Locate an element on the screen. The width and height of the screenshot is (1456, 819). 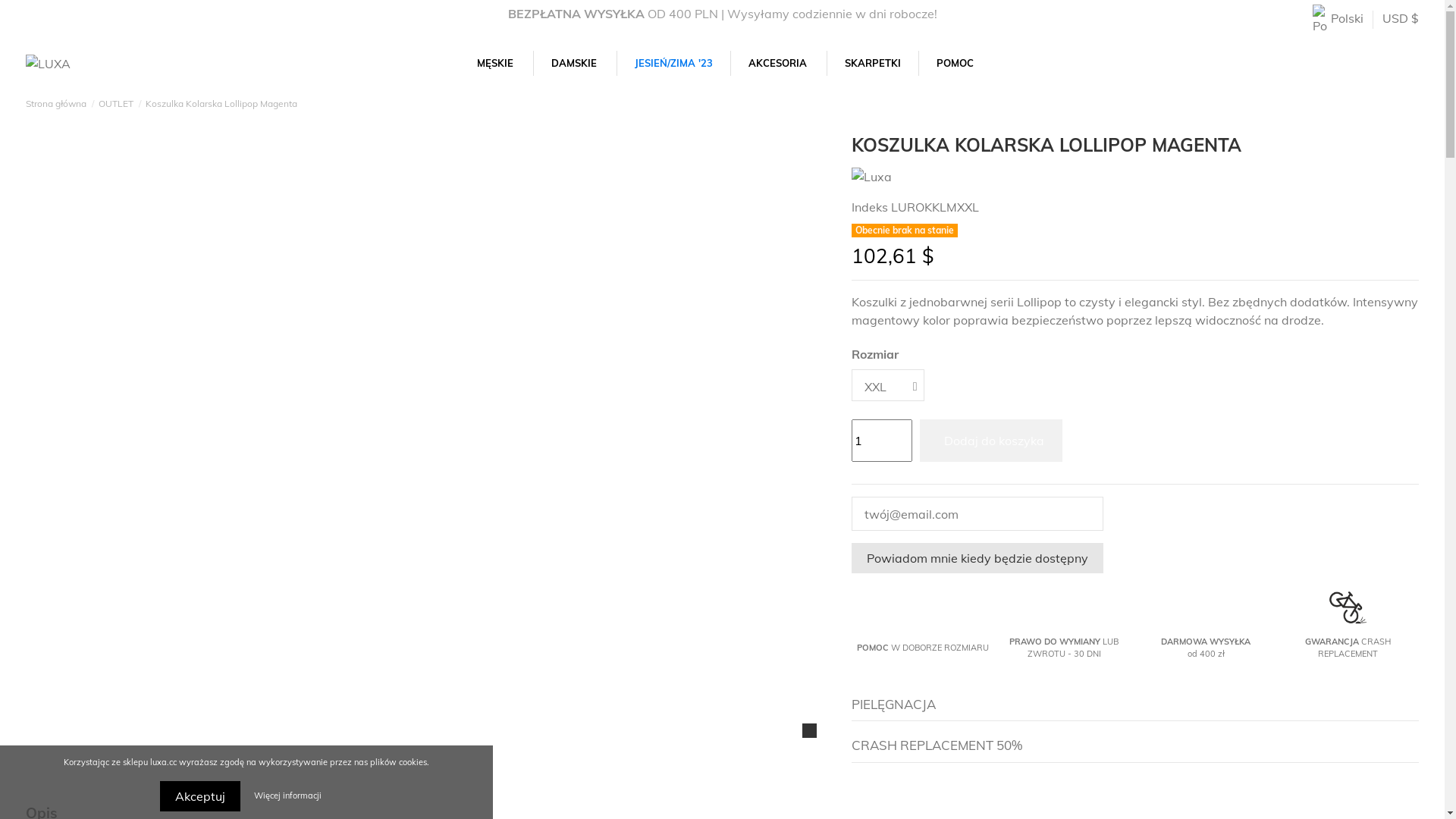
'Dodaj do koszyka' is located at coordinates (919, 441).